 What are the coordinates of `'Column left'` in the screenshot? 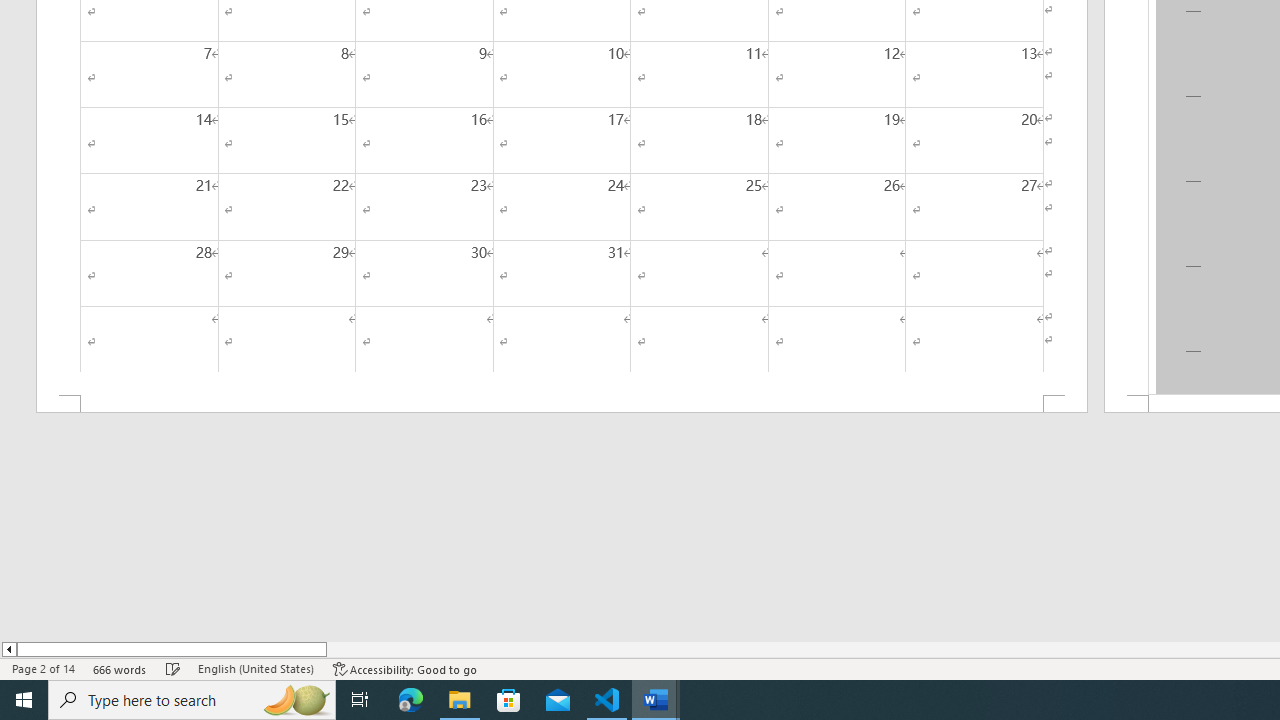 It's located at (8, 649).